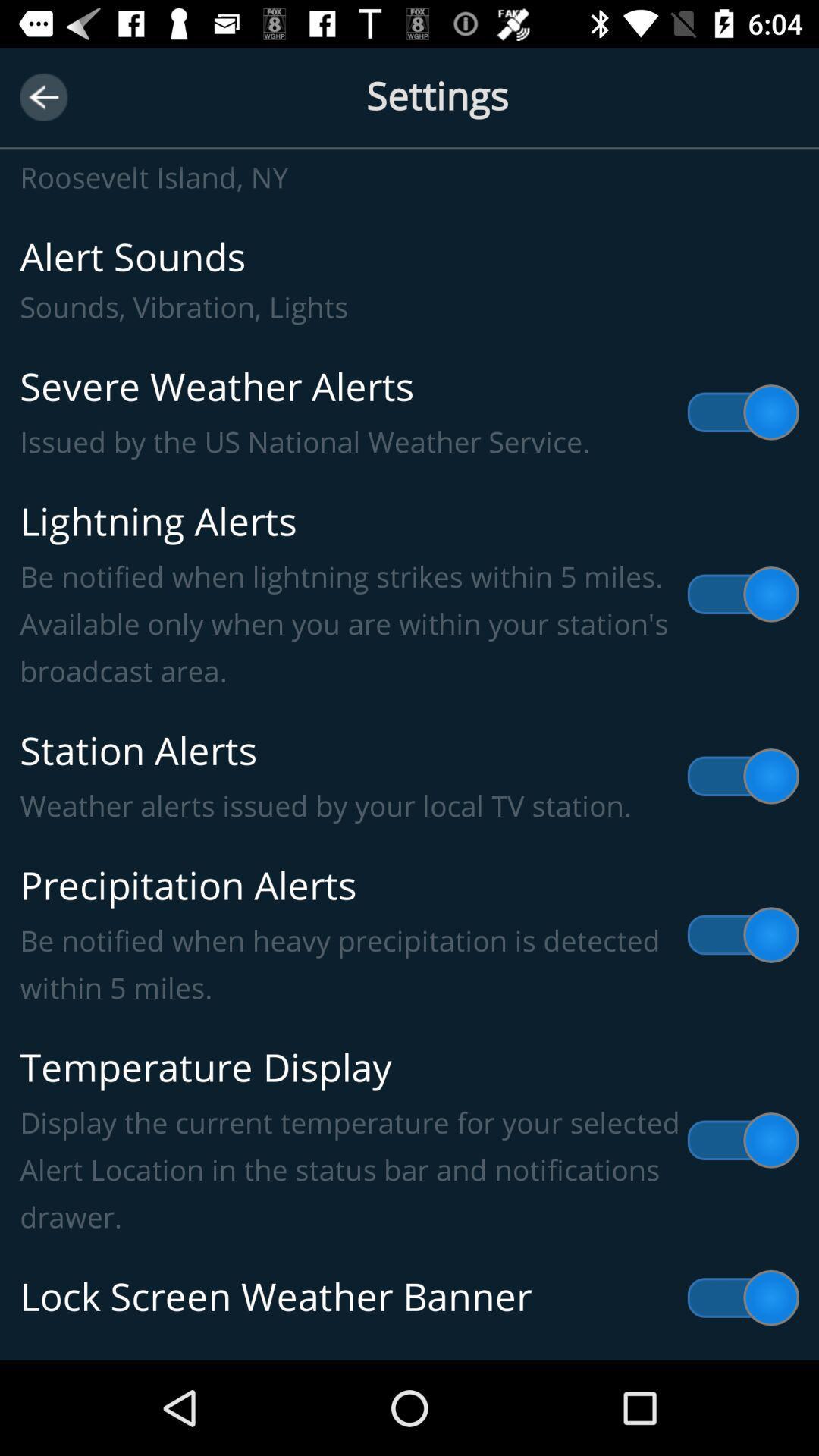  Describe the element at coordinates (409, 1297) in the screenshot. I see `icon below the temperature display display icon` at that location.